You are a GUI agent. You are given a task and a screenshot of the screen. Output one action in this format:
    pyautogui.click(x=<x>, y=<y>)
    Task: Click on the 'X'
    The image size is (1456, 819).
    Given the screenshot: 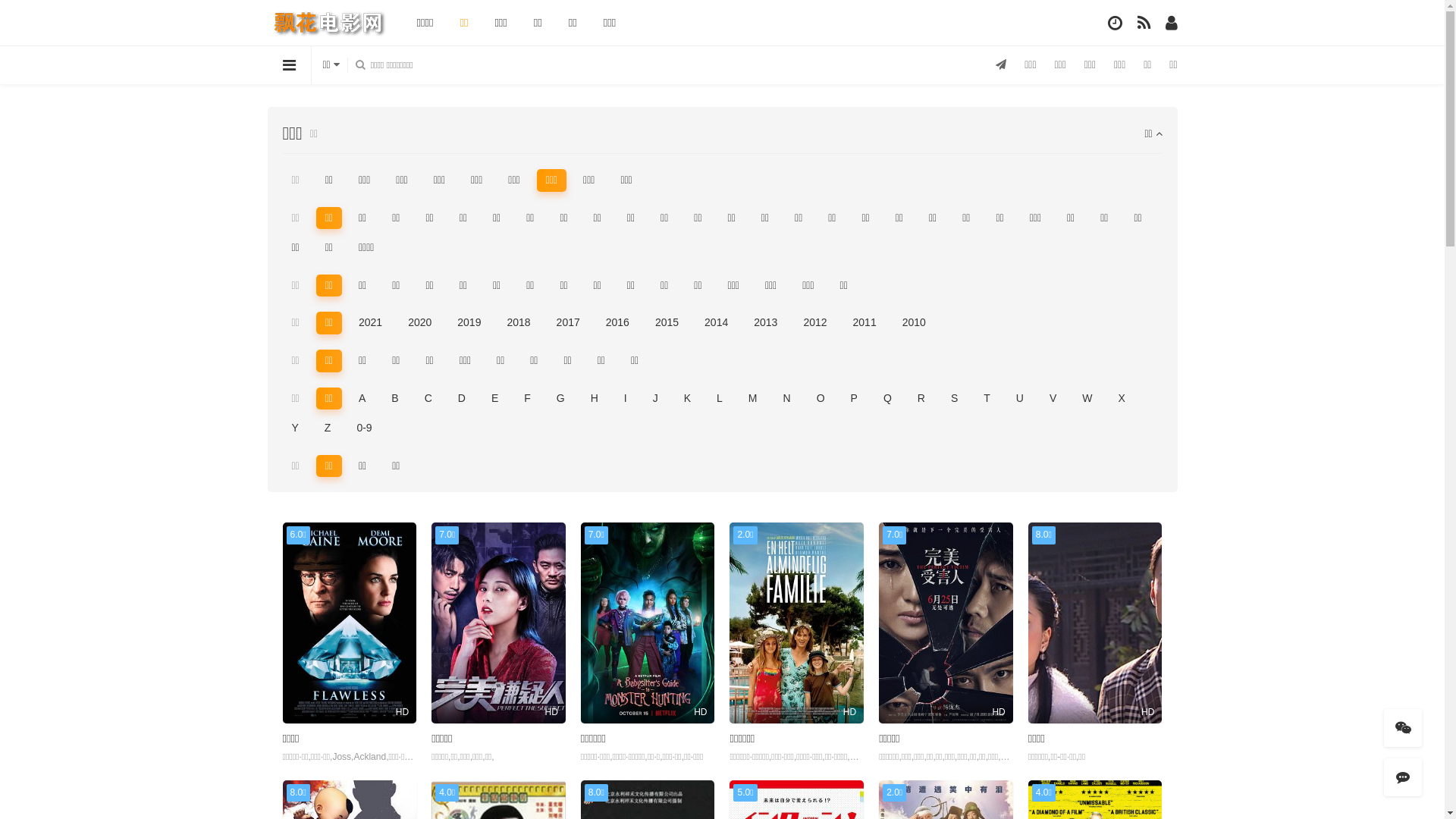 What is the action you would take?
    pyautogui.click(x=1121, y=397)
    